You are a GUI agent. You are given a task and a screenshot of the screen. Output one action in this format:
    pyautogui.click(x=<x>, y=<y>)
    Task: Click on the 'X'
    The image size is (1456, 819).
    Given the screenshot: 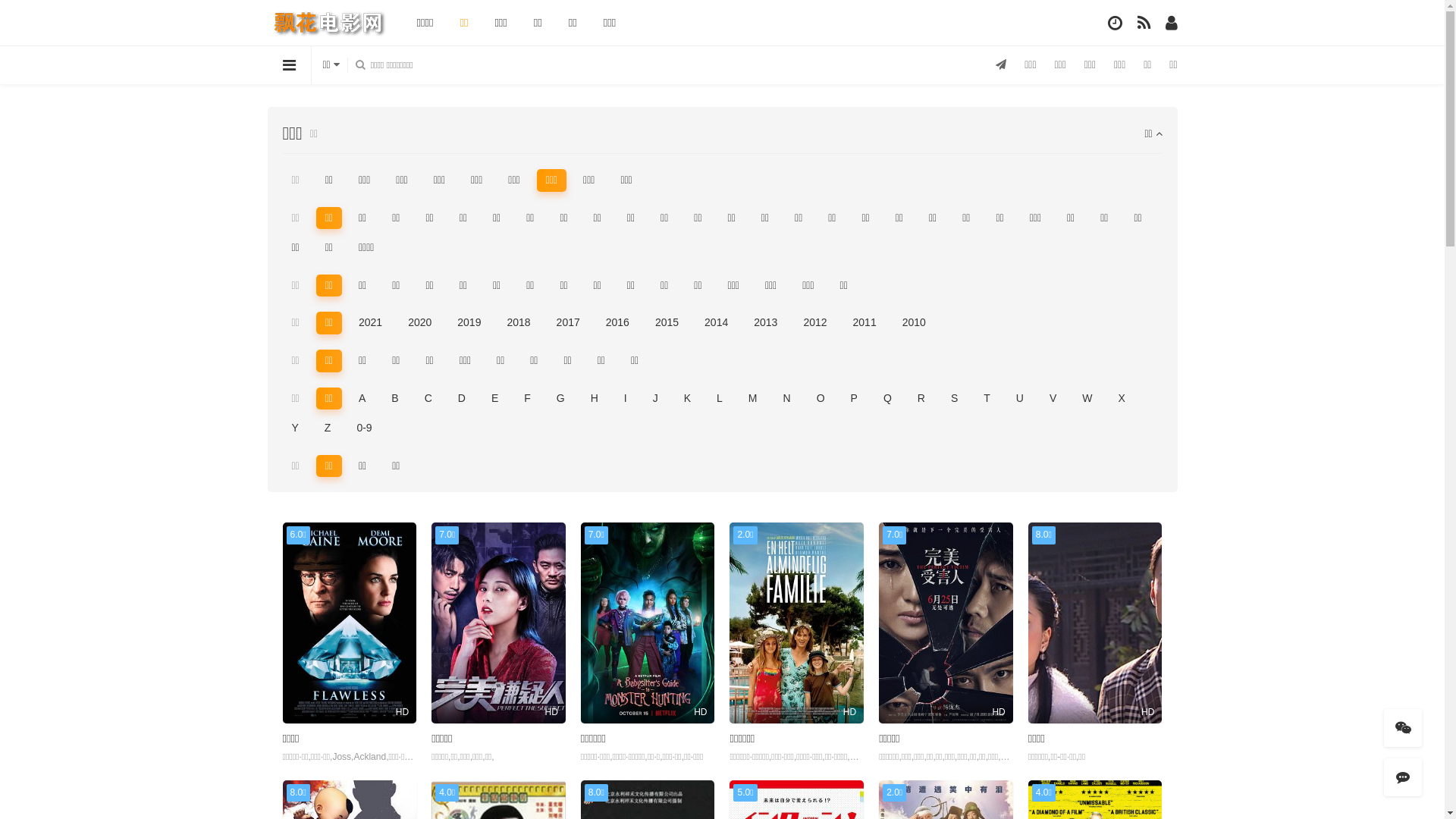 What is the action you would take?
    pyautogui.click(x=1121, y=397)
    